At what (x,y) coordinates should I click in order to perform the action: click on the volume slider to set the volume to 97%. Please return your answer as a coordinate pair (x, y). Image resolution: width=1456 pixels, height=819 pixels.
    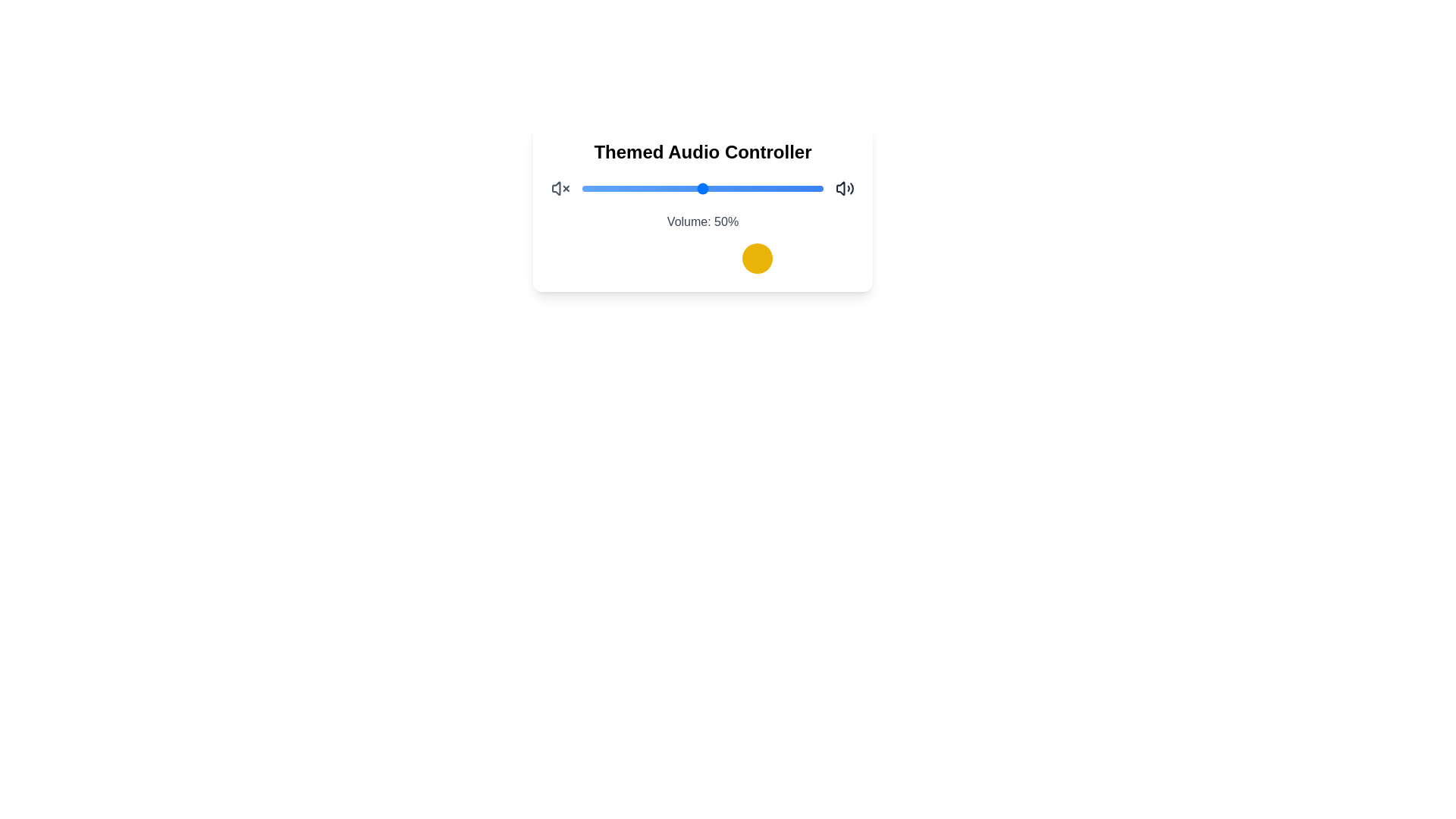
    Looking at the image, I should click on (815, 188).